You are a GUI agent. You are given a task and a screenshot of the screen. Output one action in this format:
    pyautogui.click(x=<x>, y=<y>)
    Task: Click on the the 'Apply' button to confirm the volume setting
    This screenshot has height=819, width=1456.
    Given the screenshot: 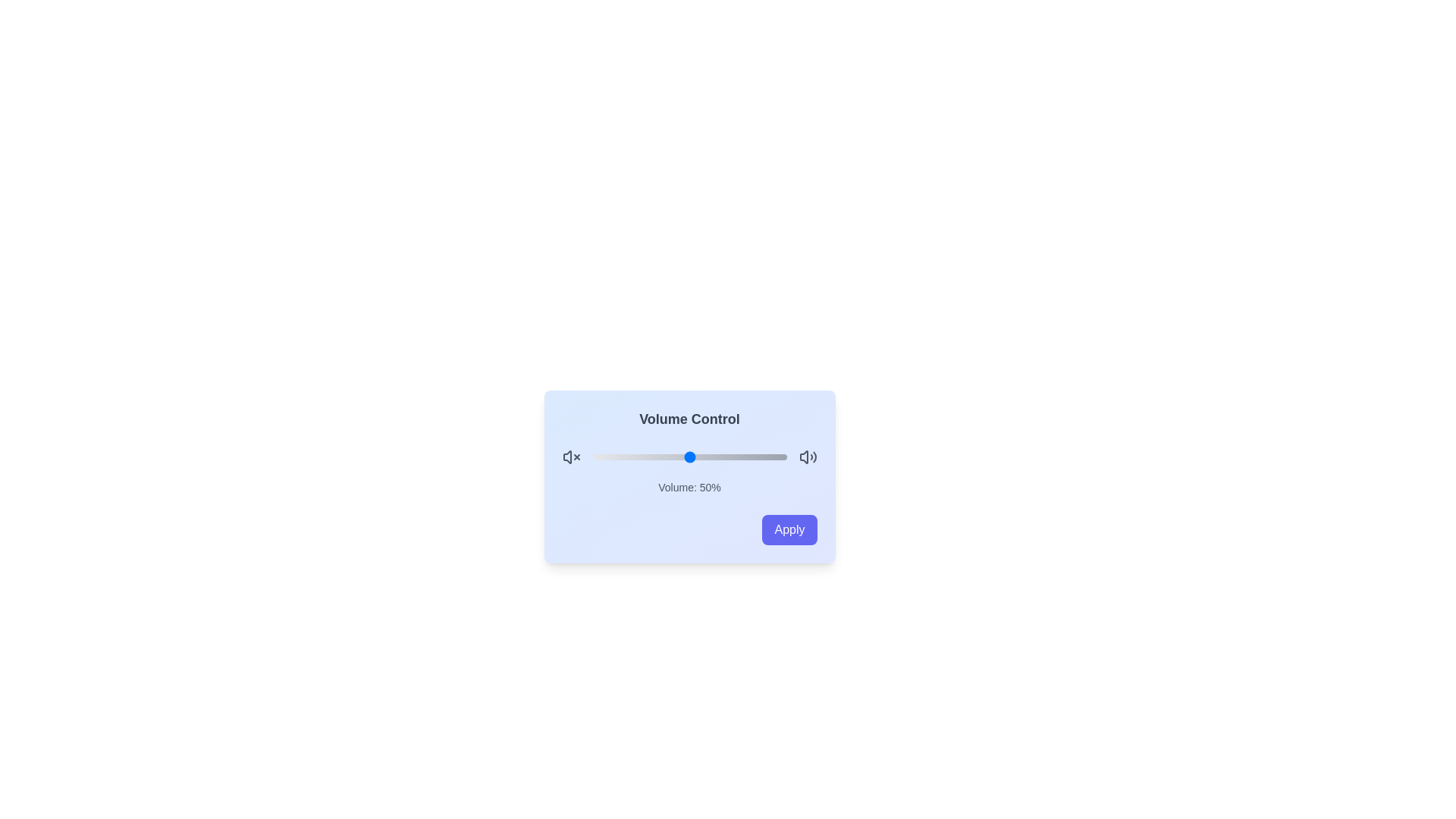 What is the action you would take?
    pyautogui.click(x=789, y=529)
    